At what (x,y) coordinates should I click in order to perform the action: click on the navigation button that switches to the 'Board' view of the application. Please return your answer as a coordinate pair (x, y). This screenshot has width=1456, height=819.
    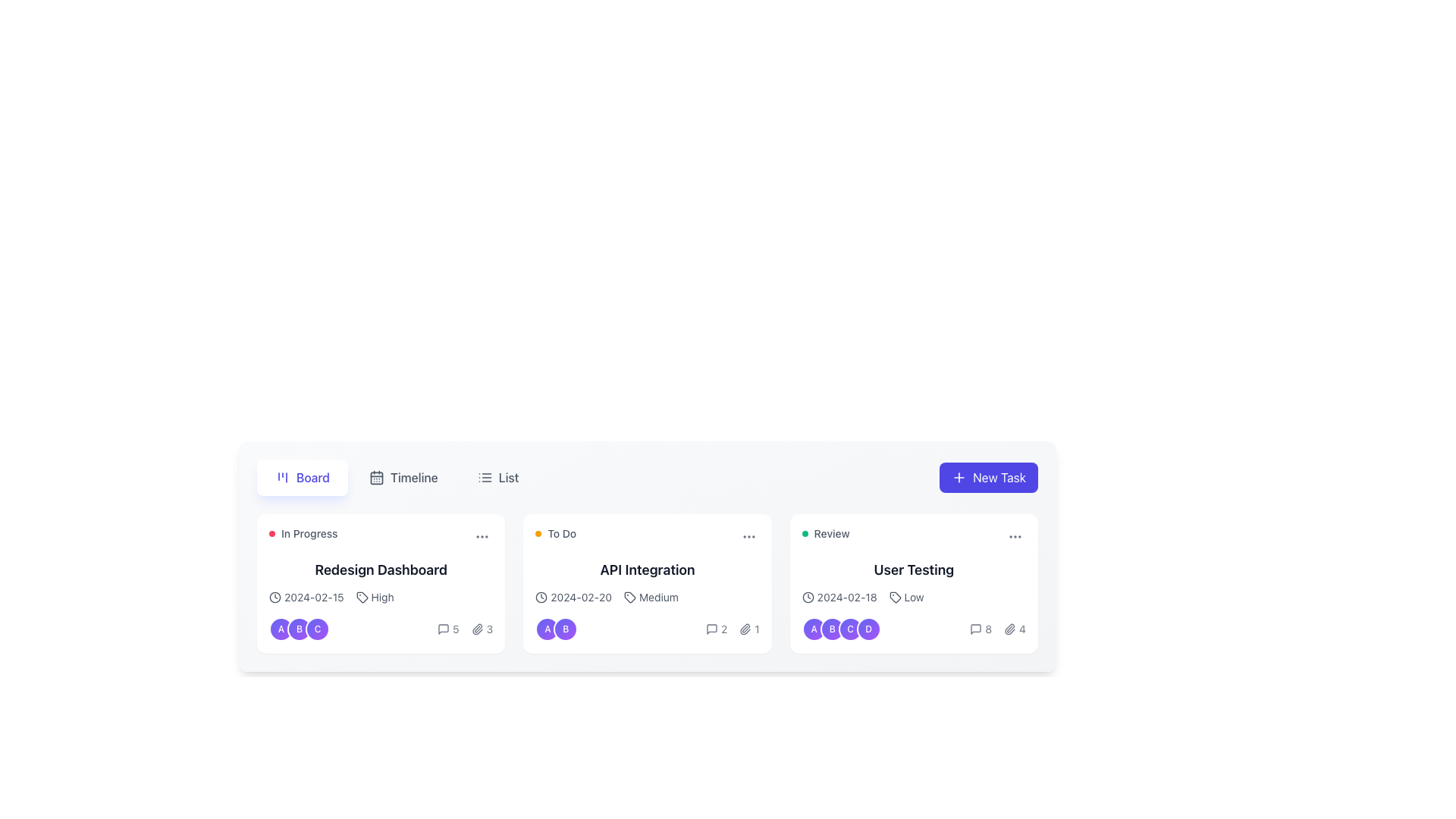
    Looking at the image, I should click on (302, 476).